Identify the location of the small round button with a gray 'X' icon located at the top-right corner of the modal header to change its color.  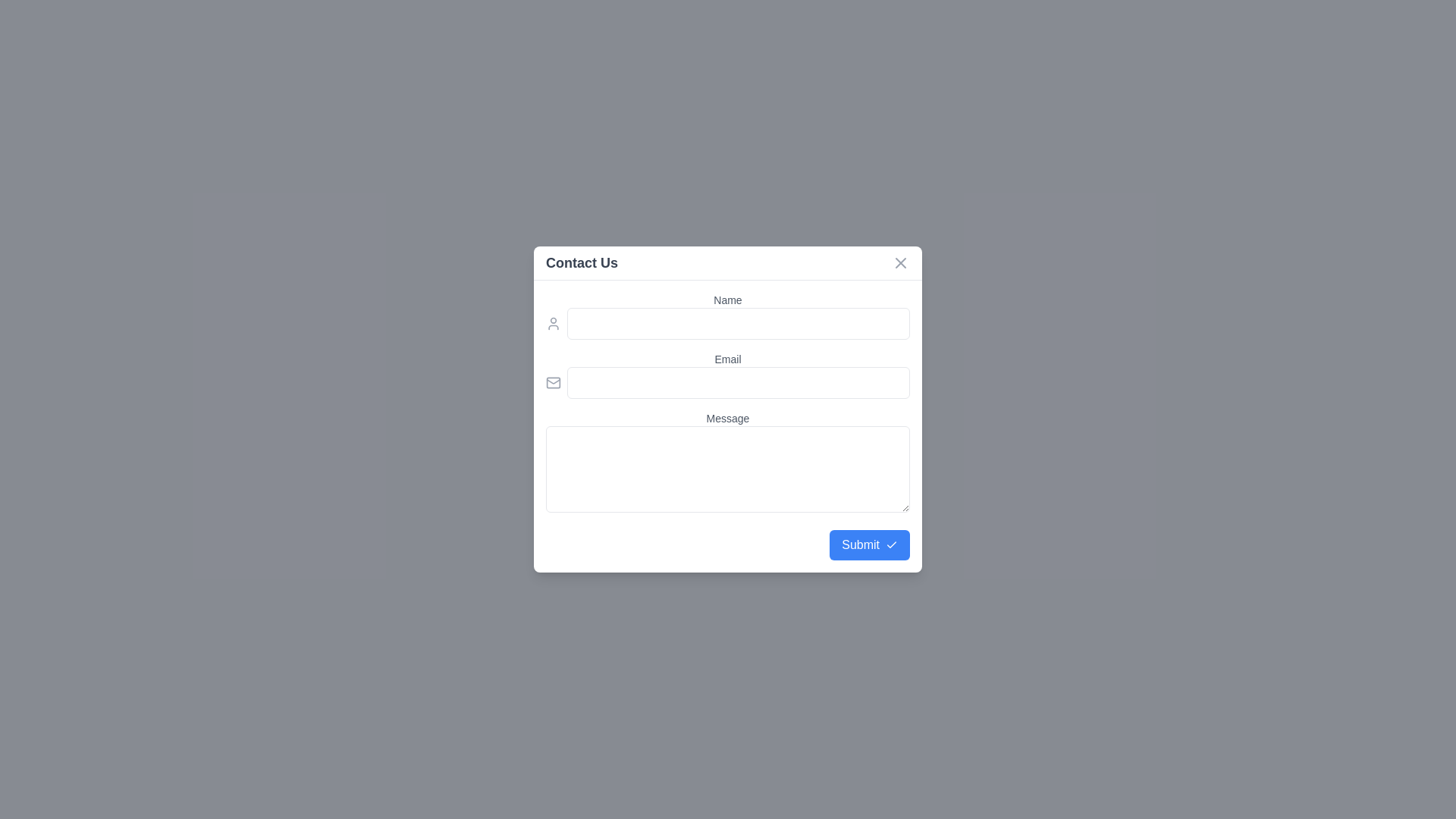
(901, 262).